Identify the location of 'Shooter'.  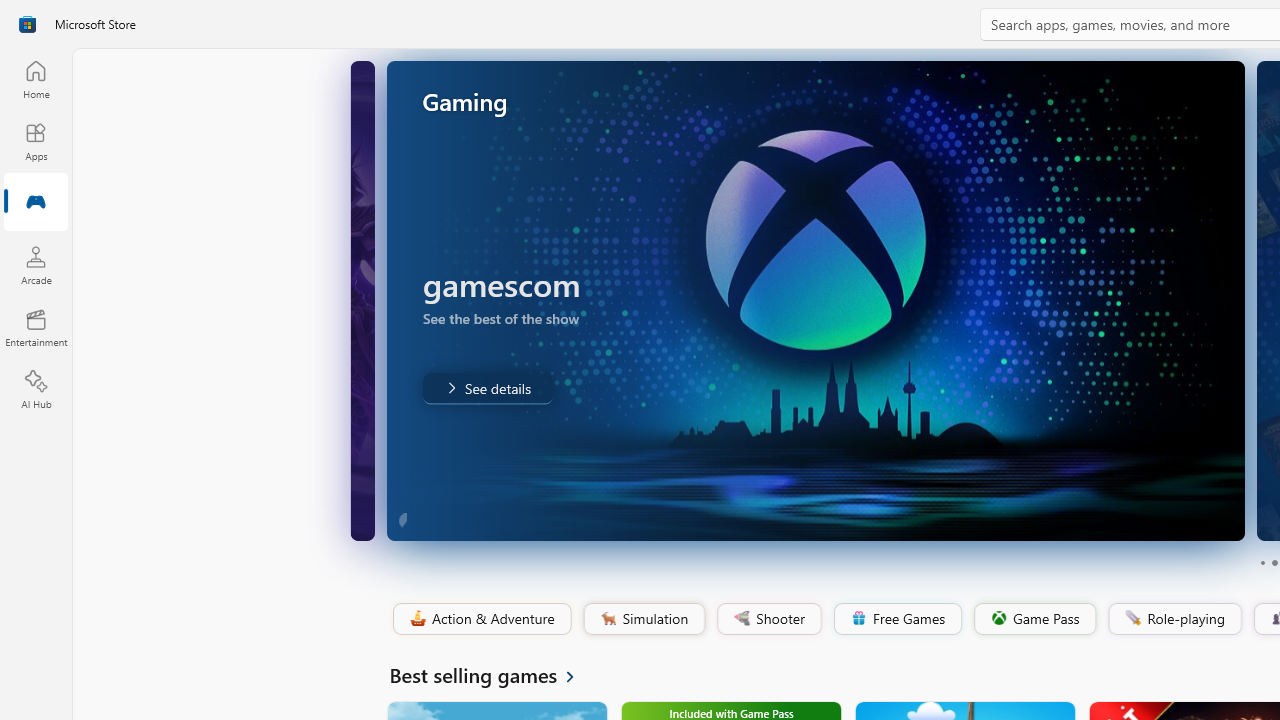
(767, 618).